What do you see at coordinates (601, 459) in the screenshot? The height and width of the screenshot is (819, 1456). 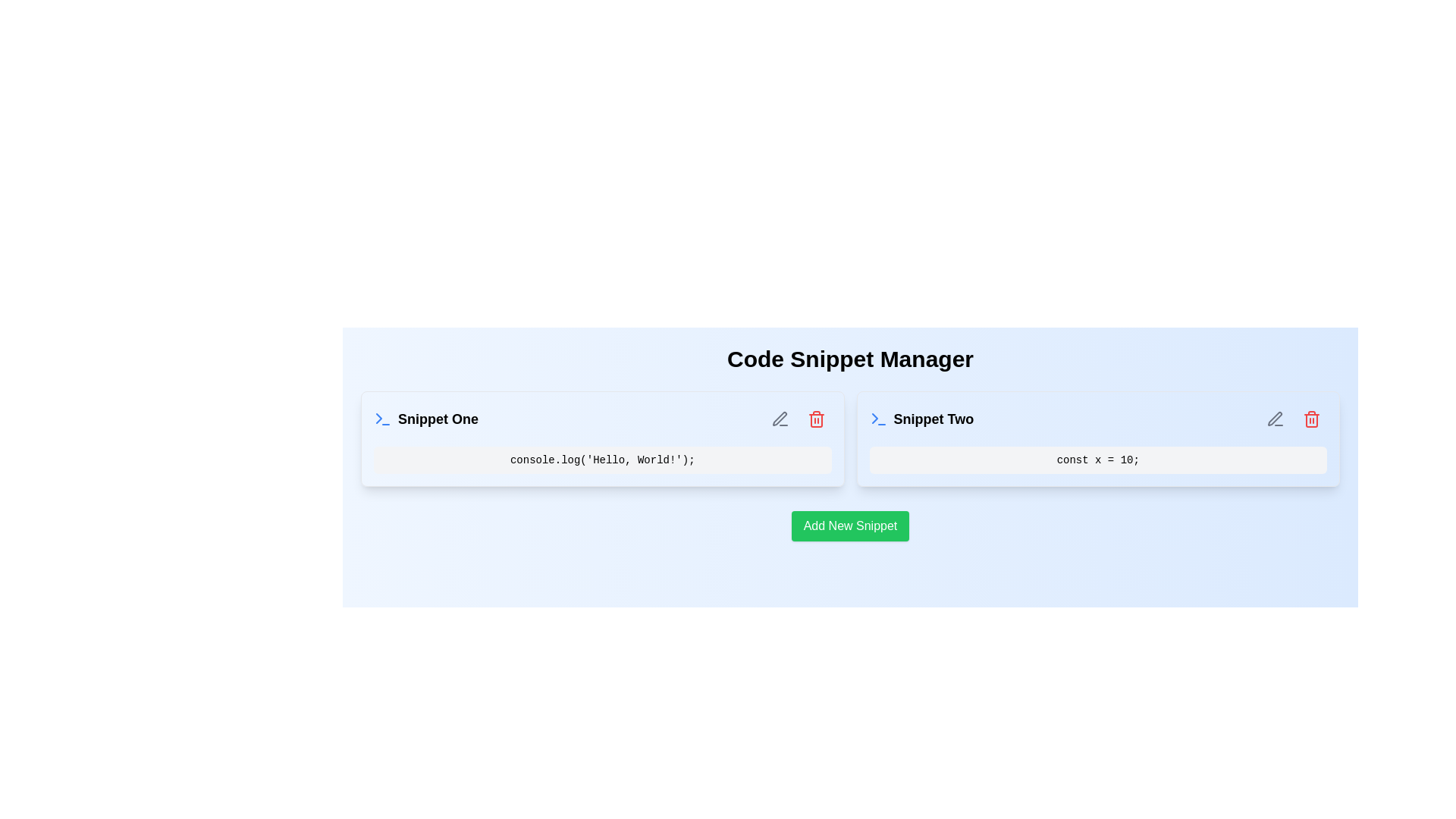 I see `the styled text display field containing the text 'console.log('Hello, World!');'` at bounding box center [601, 459].